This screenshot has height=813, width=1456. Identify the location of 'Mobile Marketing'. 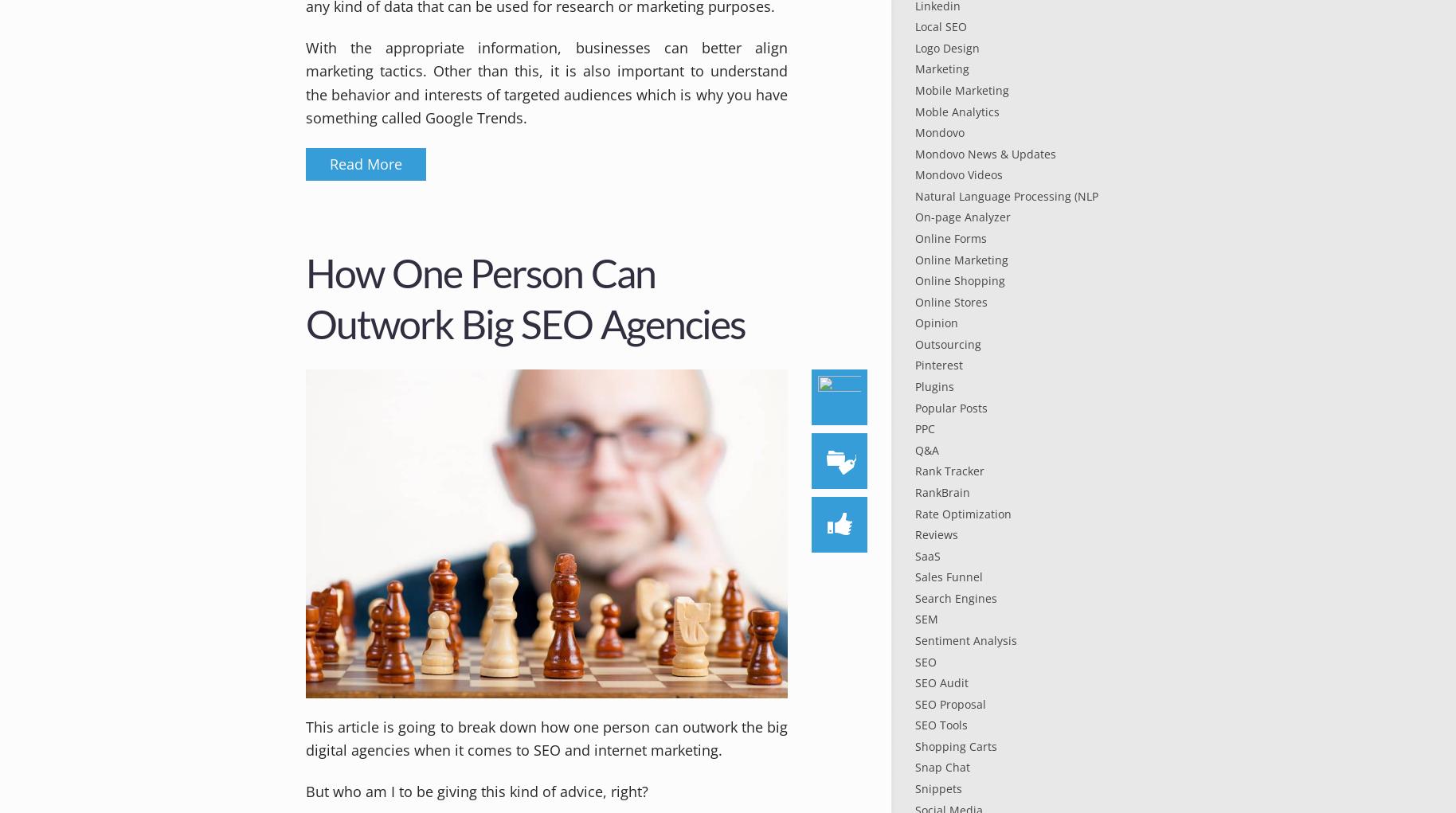
(961, 88).